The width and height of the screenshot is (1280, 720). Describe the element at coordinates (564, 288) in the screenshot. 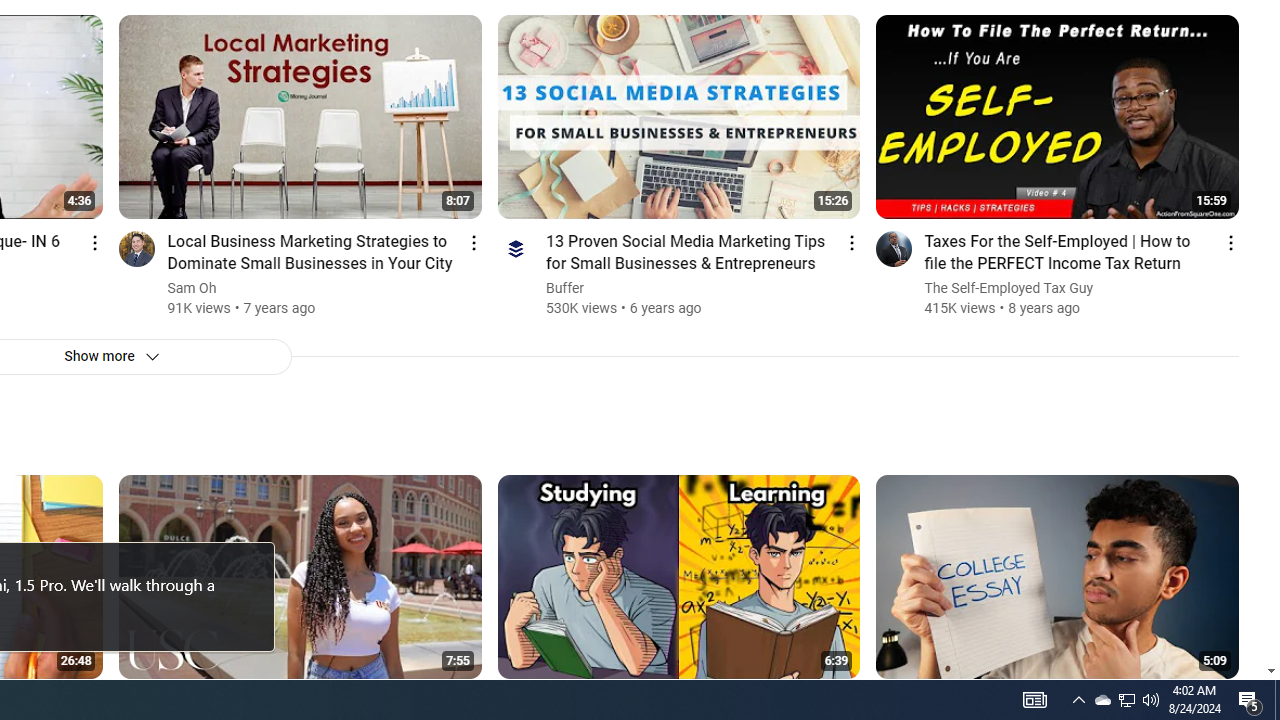

I see `'Buffer'` at that location.